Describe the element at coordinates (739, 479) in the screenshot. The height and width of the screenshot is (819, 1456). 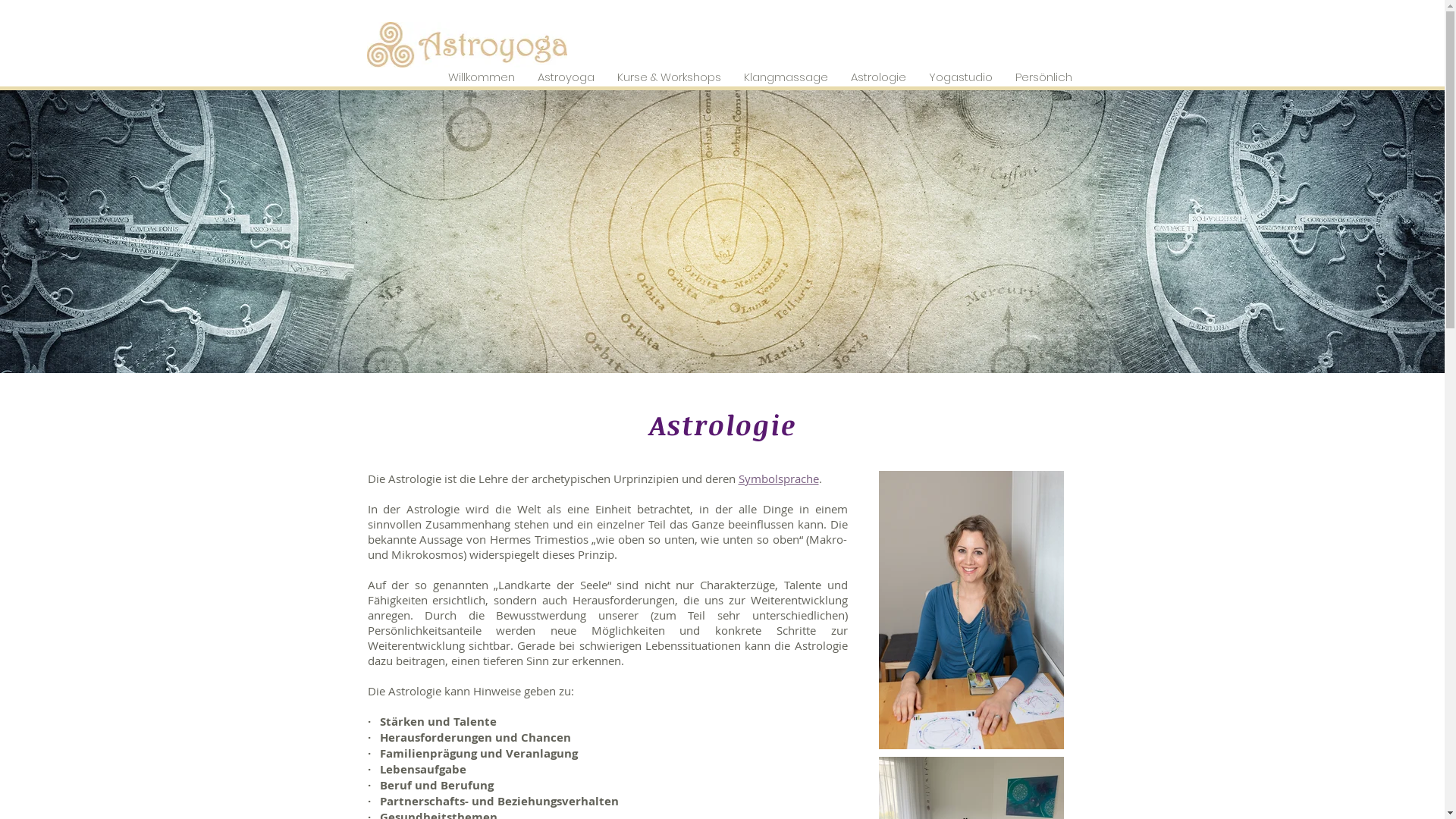
I see `'Symbolsprache'` at that location.